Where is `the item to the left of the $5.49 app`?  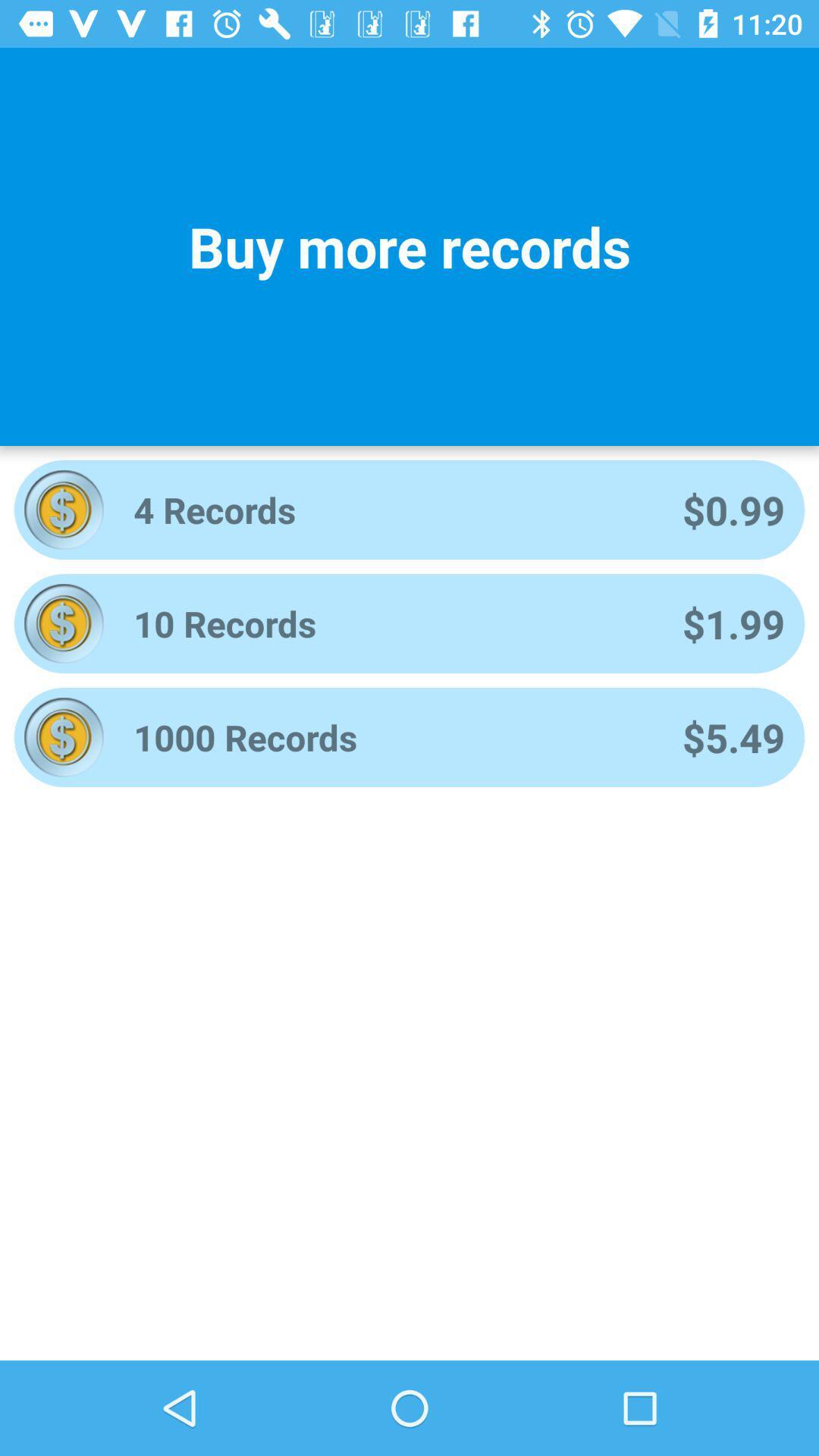 the item to the left of the $5.49 app is located at coordinates (387, 737).